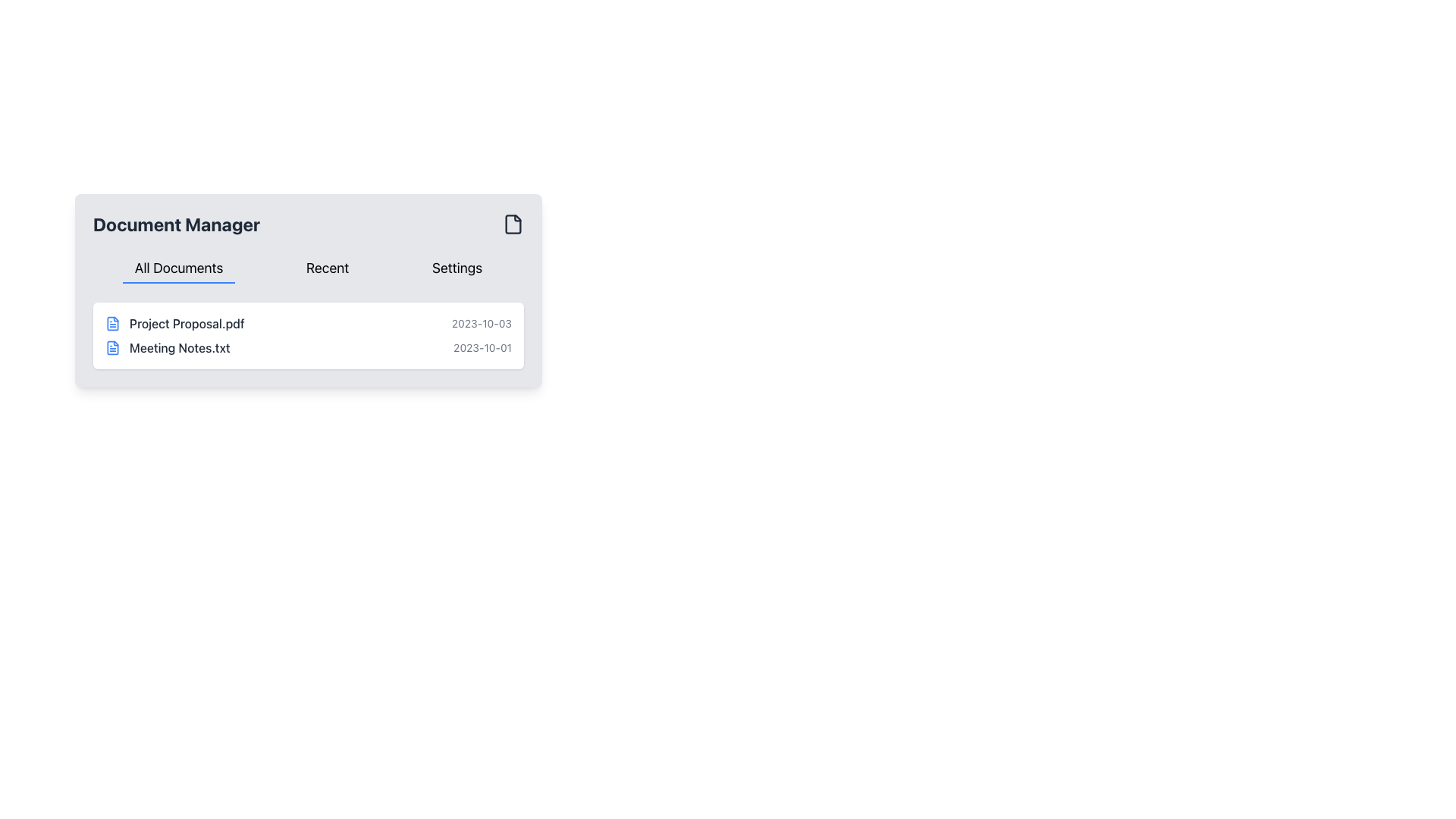 The height and width of the screenshot is (819, 1456). What do you see at coordinates (186, 323) in the screenshot?
I see `the text label representing the first file name` at bounding box center [186, 323].